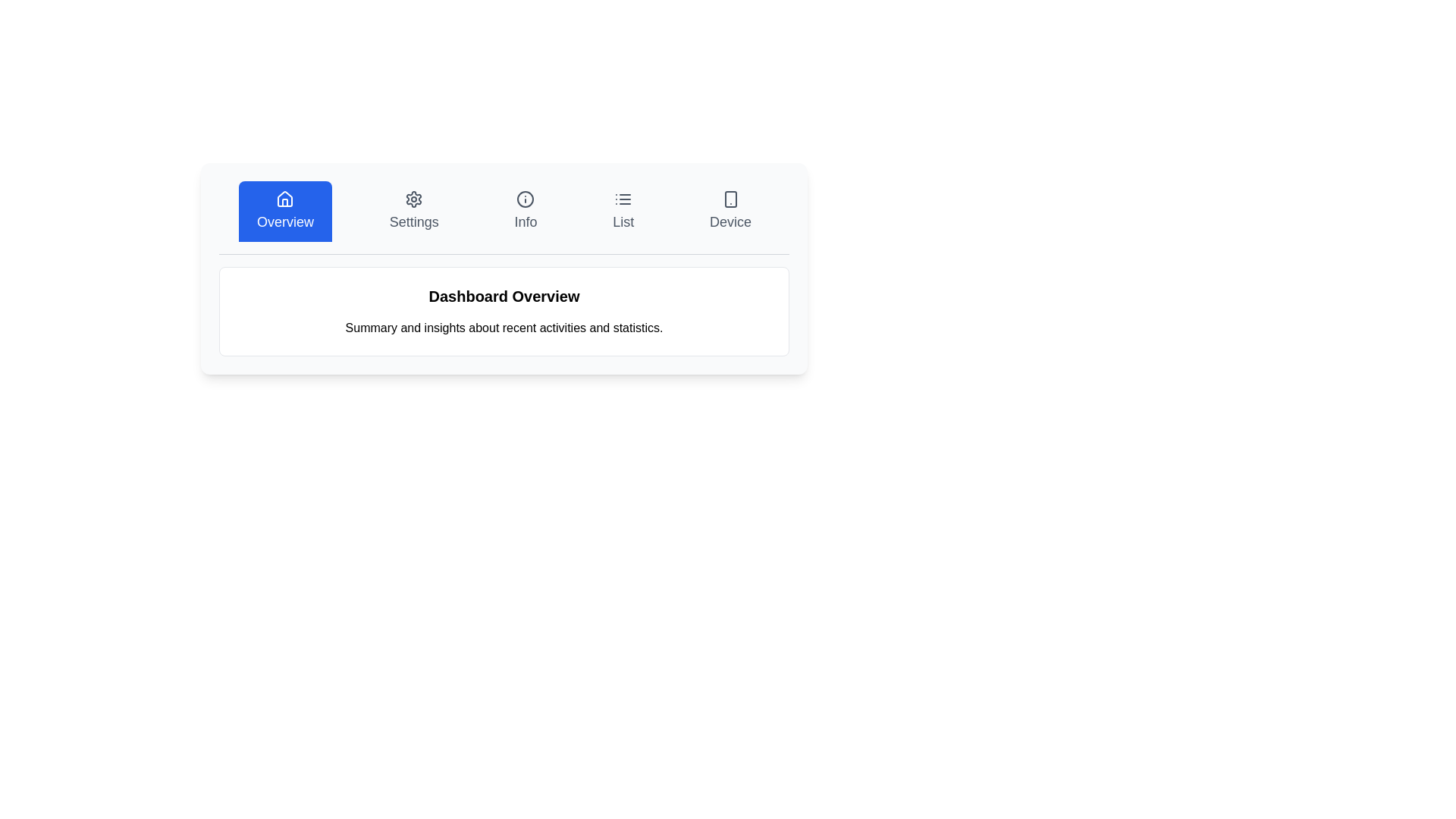 This screenshot has height=819, width=1456. Describe the element at coordinates (414, 211) in the screenshot. I see `the 'Settings' button located in the top-center of the interface, which is part of a horizontal navigation bar and is the second option from the left` at that location.